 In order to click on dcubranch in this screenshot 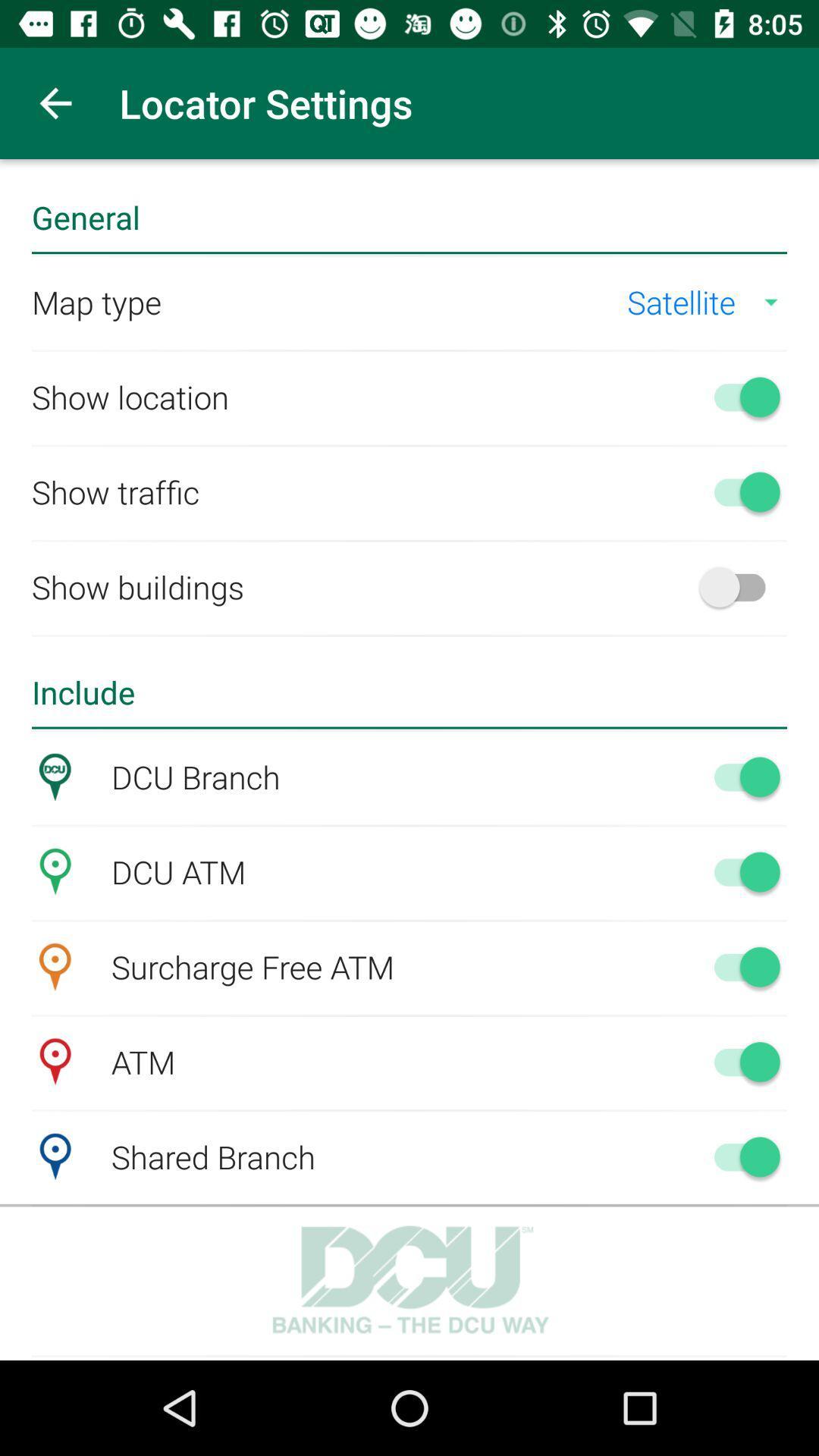, I will do `click(739, 777)`.